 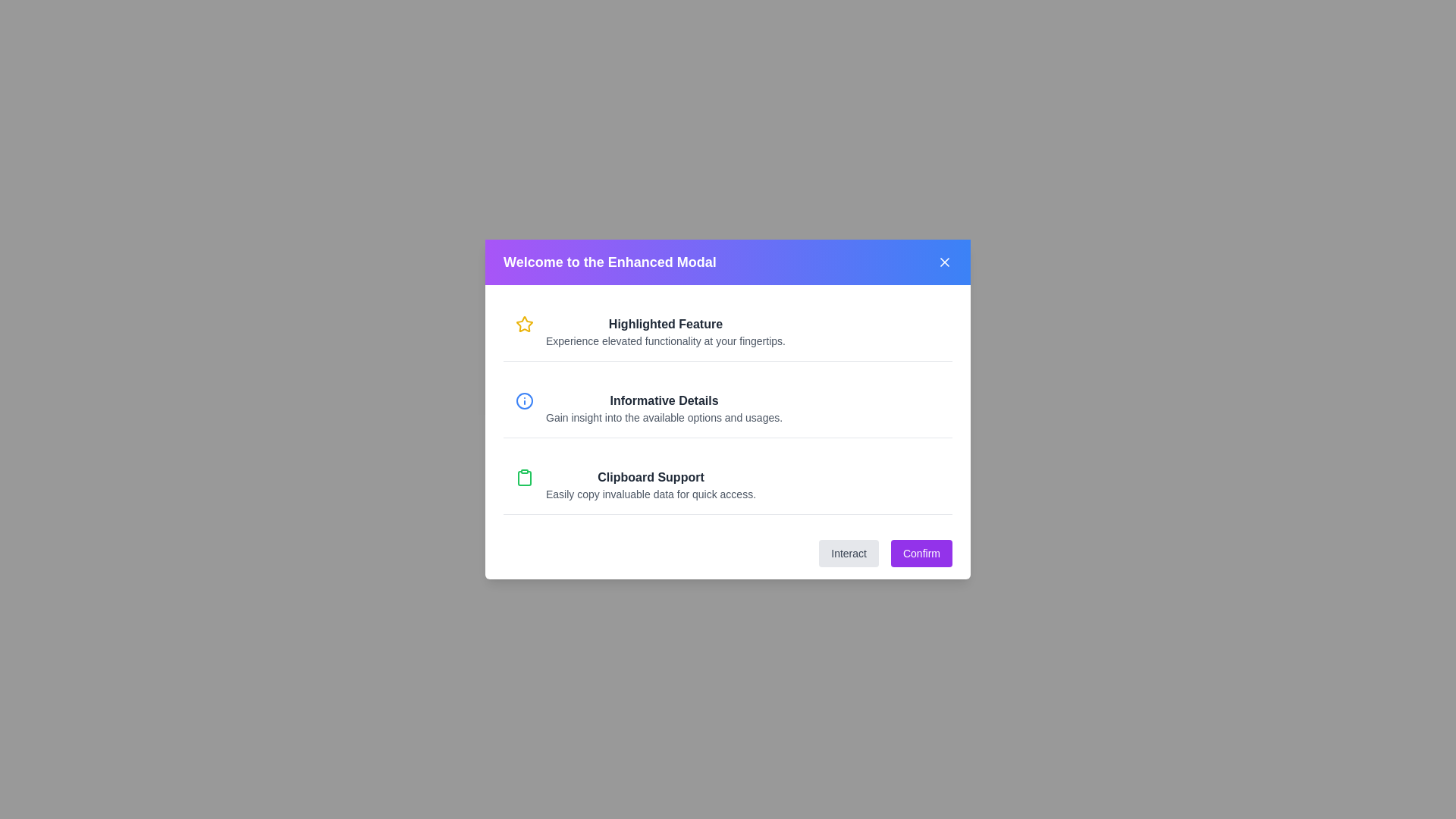 I want to click on the 'X' icon in the top-right corner of the modal window to change its appearance, so click(x=943, y=262).